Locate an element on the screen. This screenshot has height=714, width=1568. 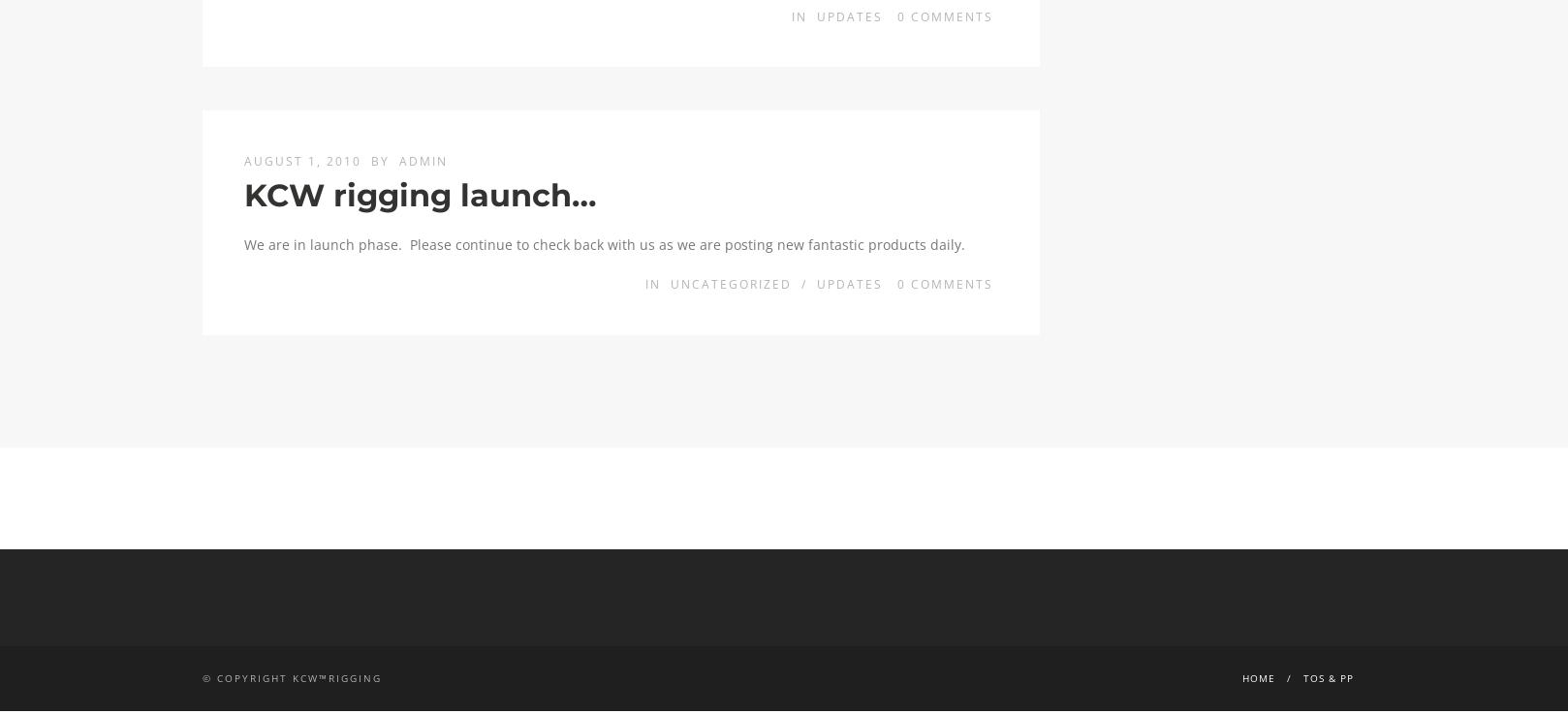
'We are in launch phase.  Please continue to check back with us as we are posting new fantastic products daily.' is located at coordinates (605, 242).